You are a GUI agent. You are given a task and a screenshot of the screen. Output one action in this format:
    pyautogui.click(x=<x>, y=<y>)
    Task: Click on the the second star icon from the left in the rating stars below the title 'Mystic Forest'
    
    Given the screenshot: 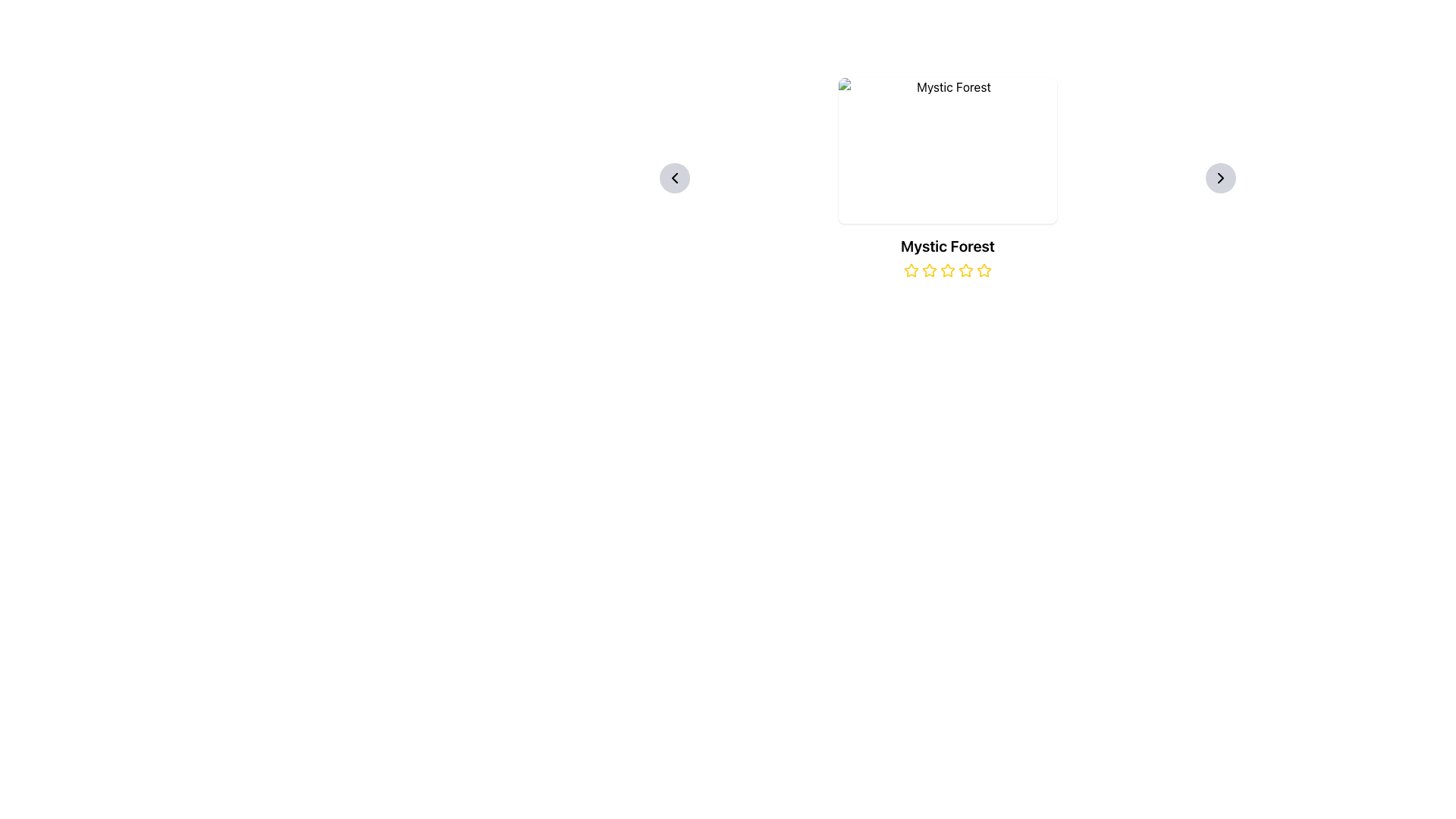 What is the action you would take?
    pyautogui.click(x=928, y=270)
    